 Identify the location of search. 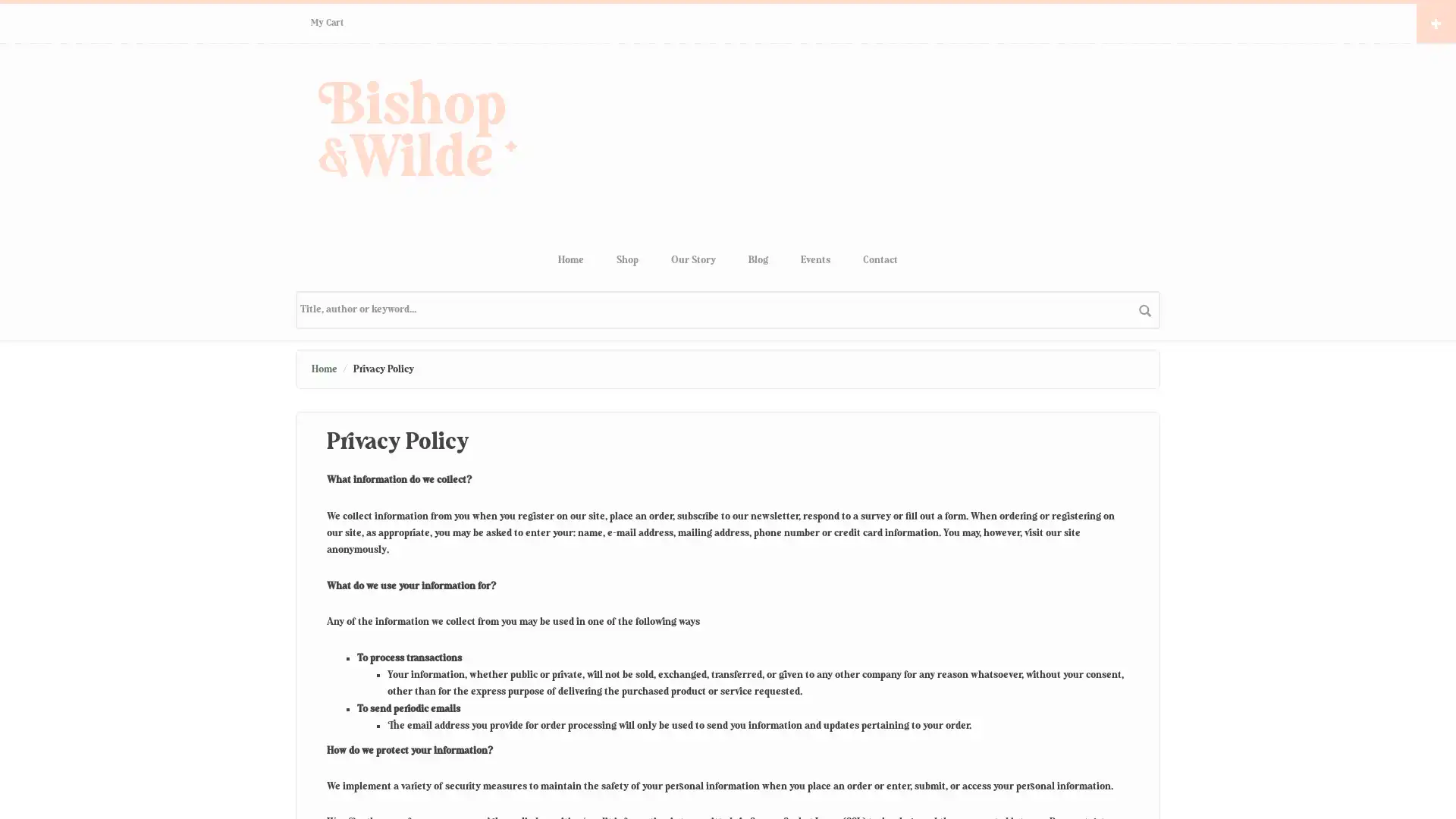
(1145, 309).